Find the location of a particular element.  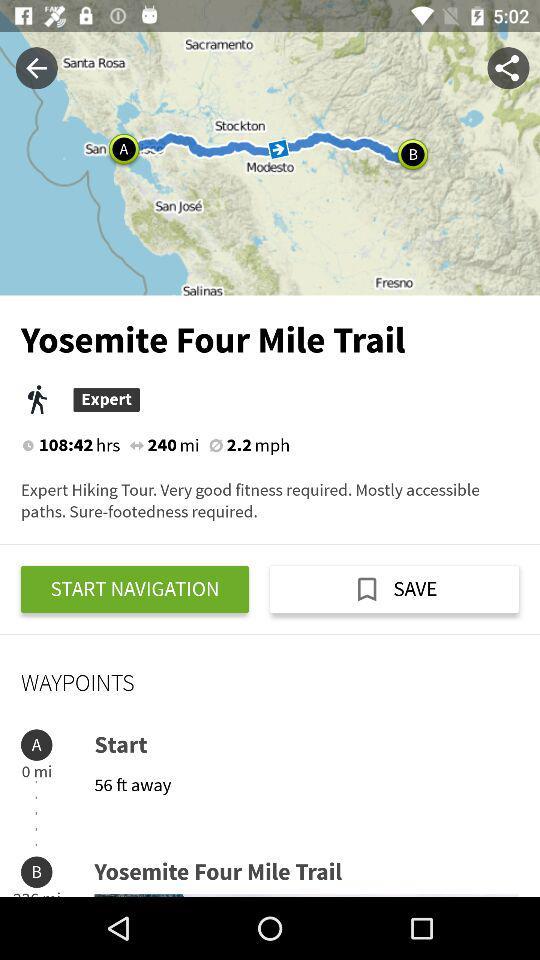

the text b at bottom page left corner is located at coordinates (36, 871).